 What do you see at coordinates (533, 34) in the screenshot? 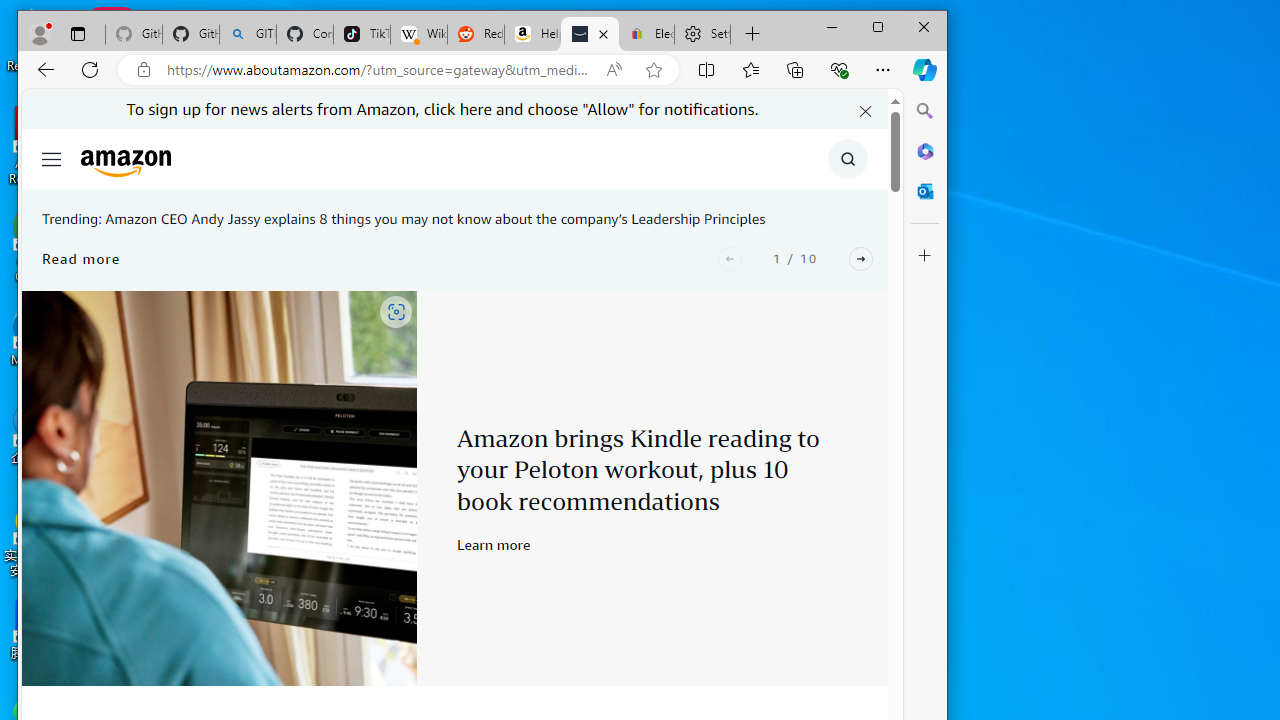
I see `'Help & Contact Us - Amazon Customer Service'` at bounding box center [533, 34].